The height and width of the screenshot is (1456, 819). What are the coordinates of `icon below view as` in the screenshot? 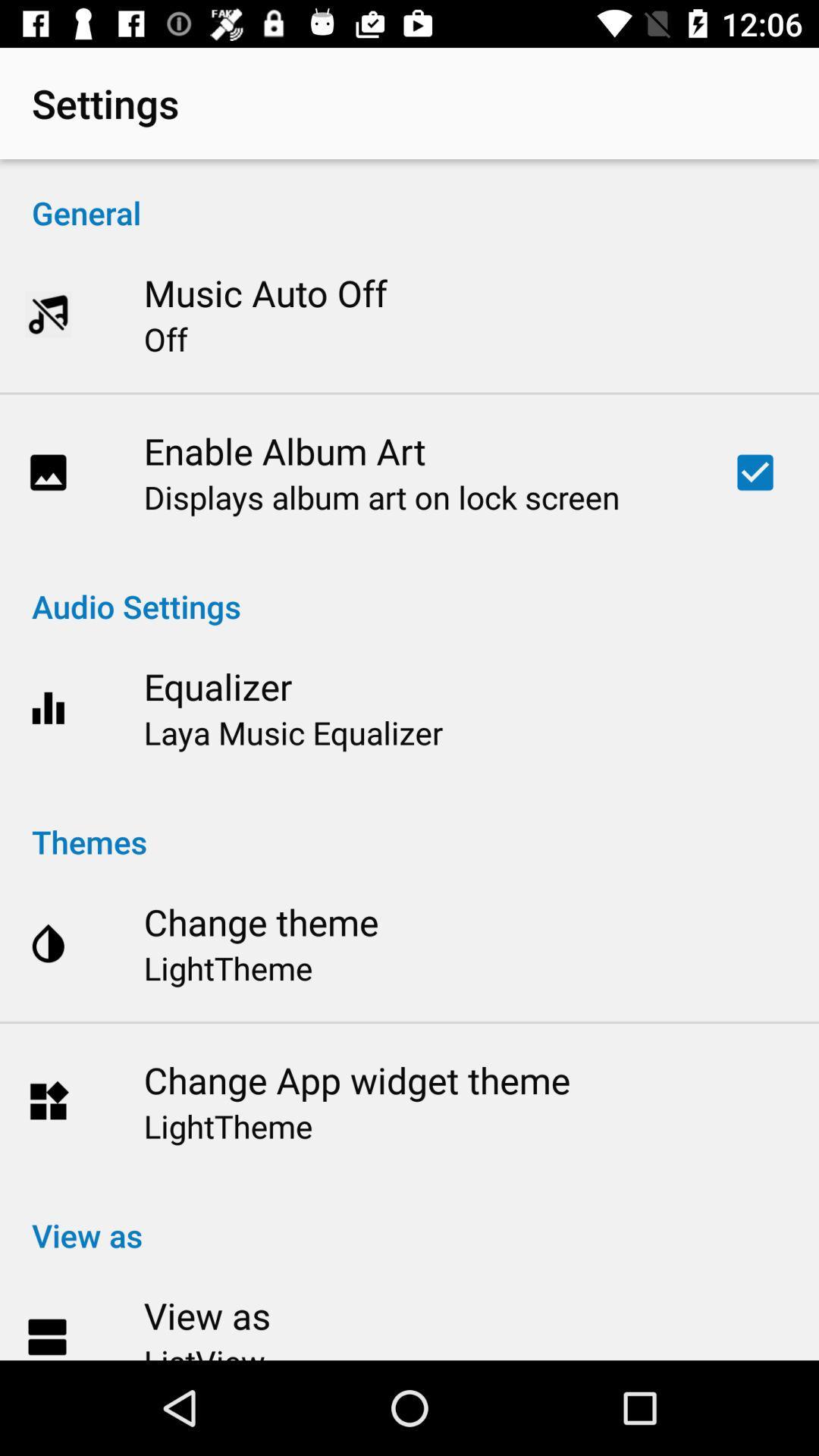 It's located at (203, 1350).